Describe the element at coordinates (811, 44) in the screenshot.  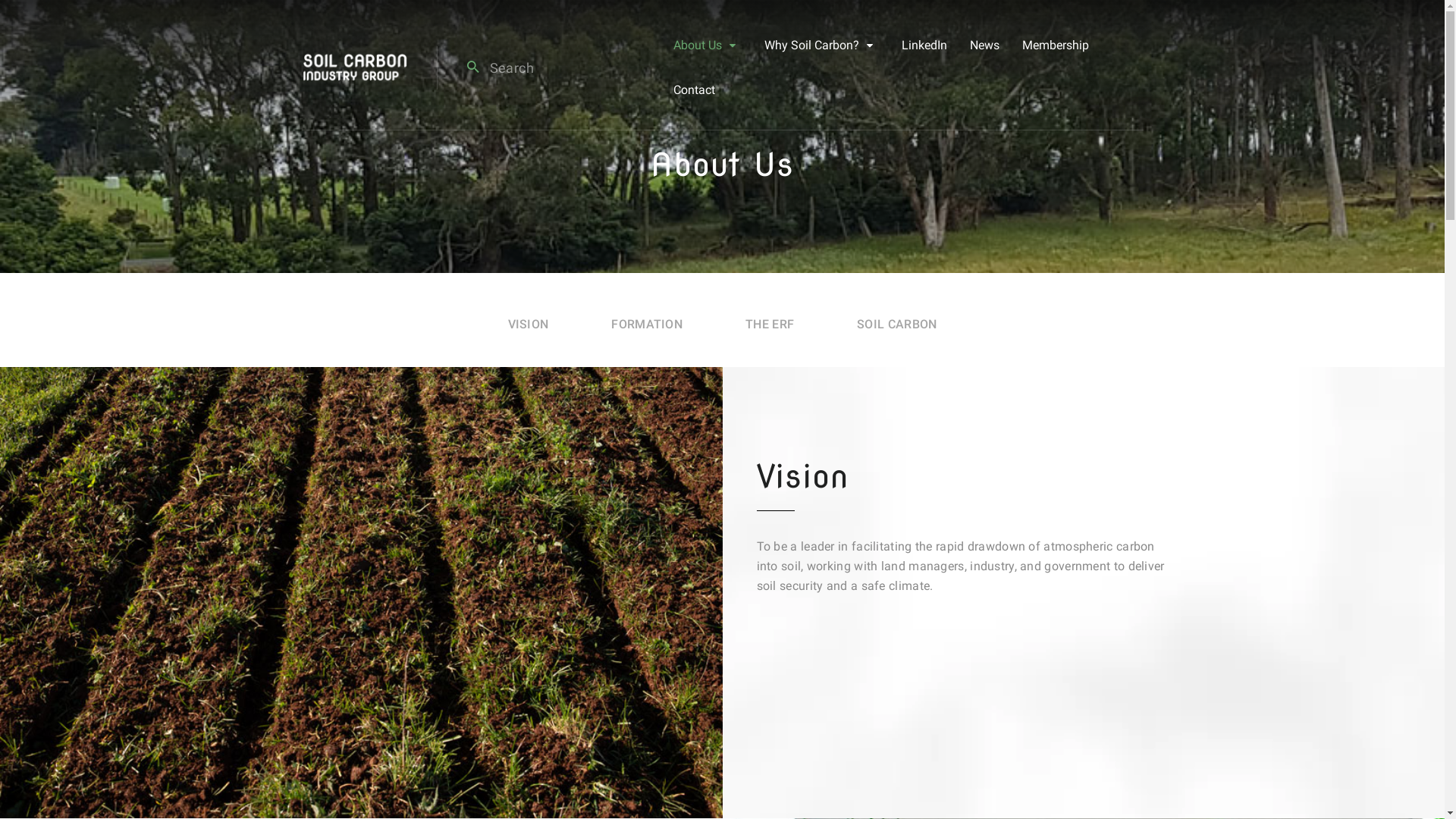
I see `'Why Soil Carbon?'` at that location.